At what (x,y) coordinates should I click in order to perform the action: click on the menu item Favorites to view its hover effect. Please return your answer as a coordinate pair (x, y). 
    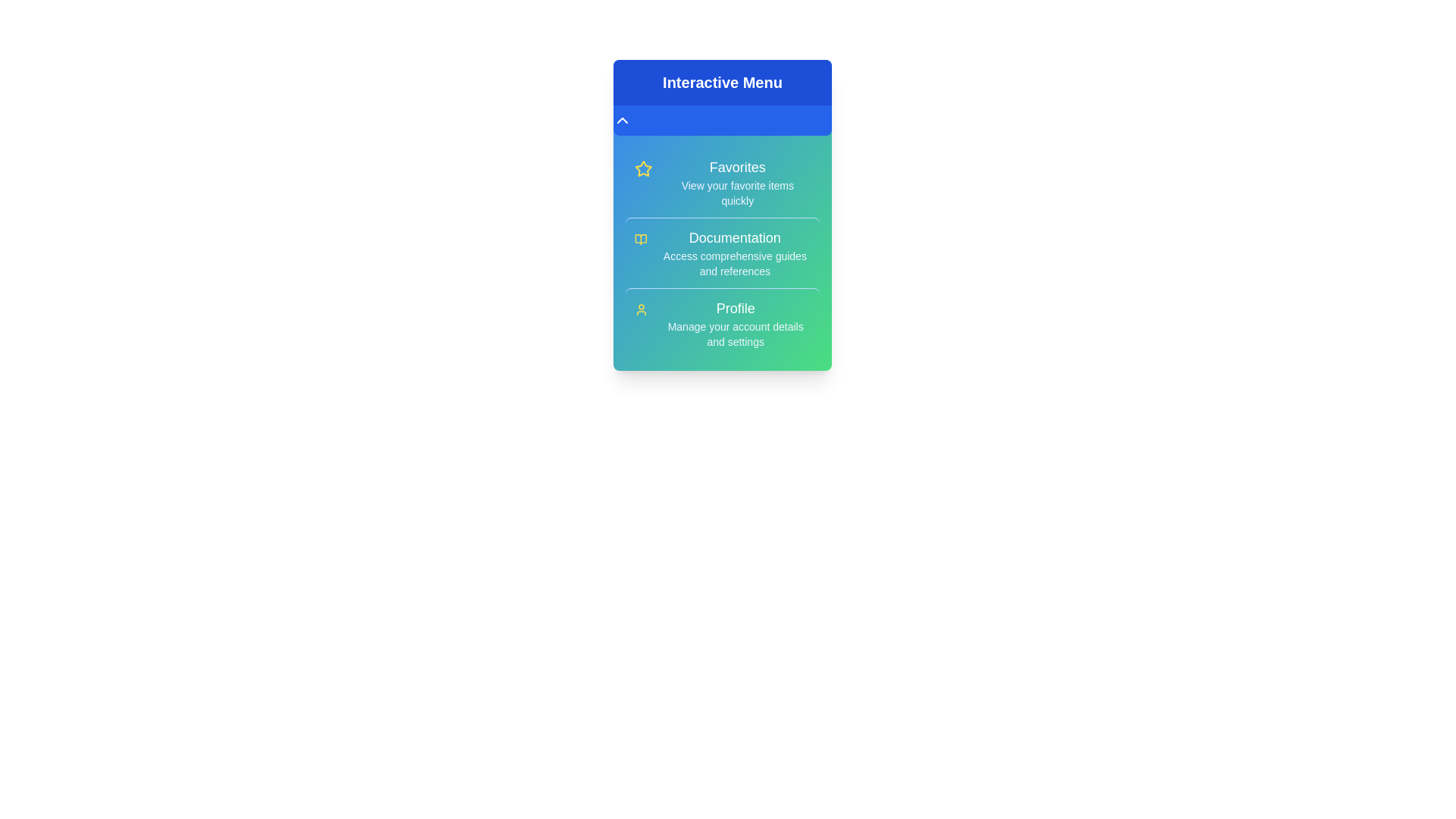
    Looking at the image, I should click on (722, 181).